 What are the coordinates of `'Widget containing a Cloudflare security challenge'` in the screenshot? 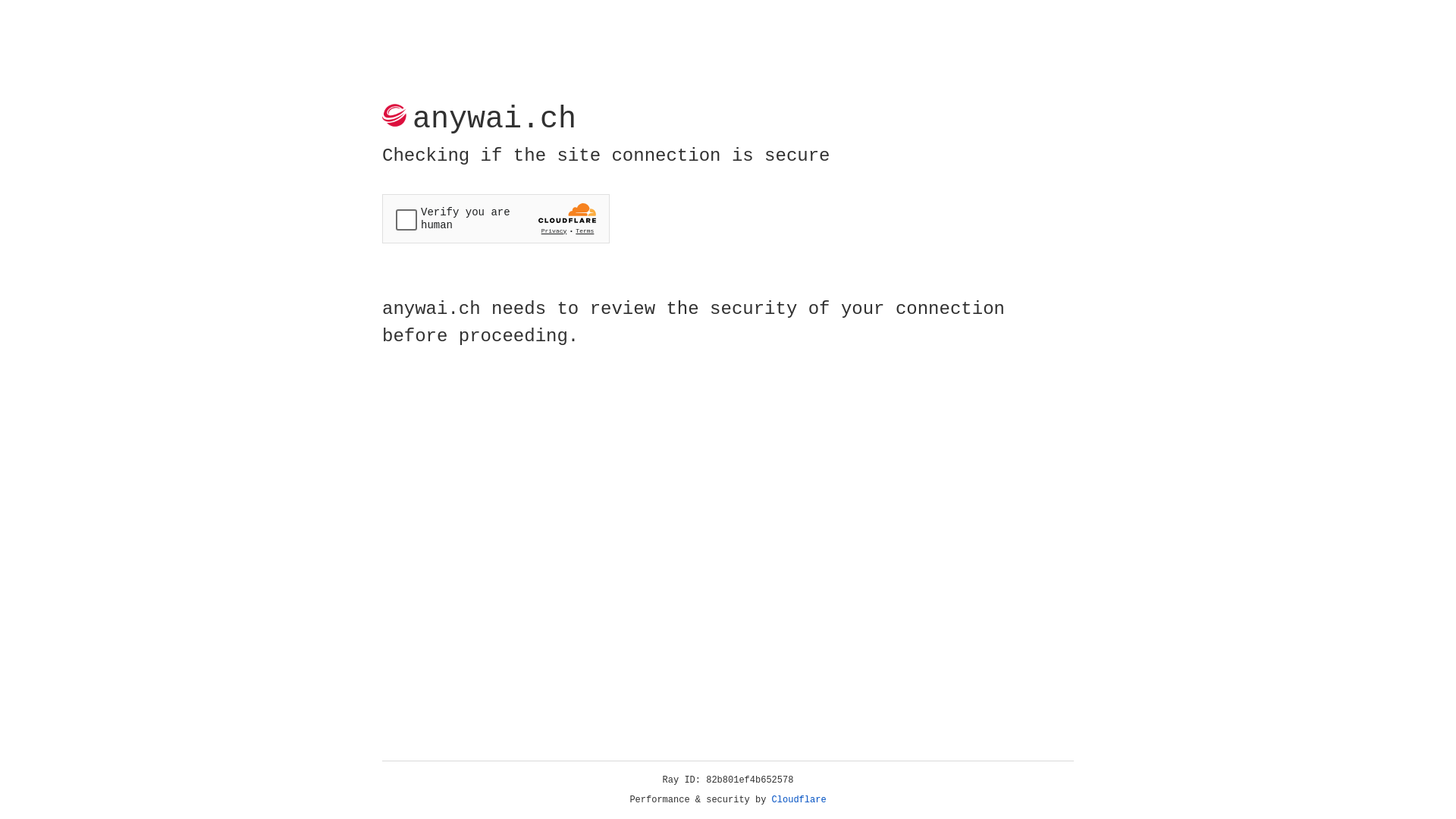 It's located at (495, 218).